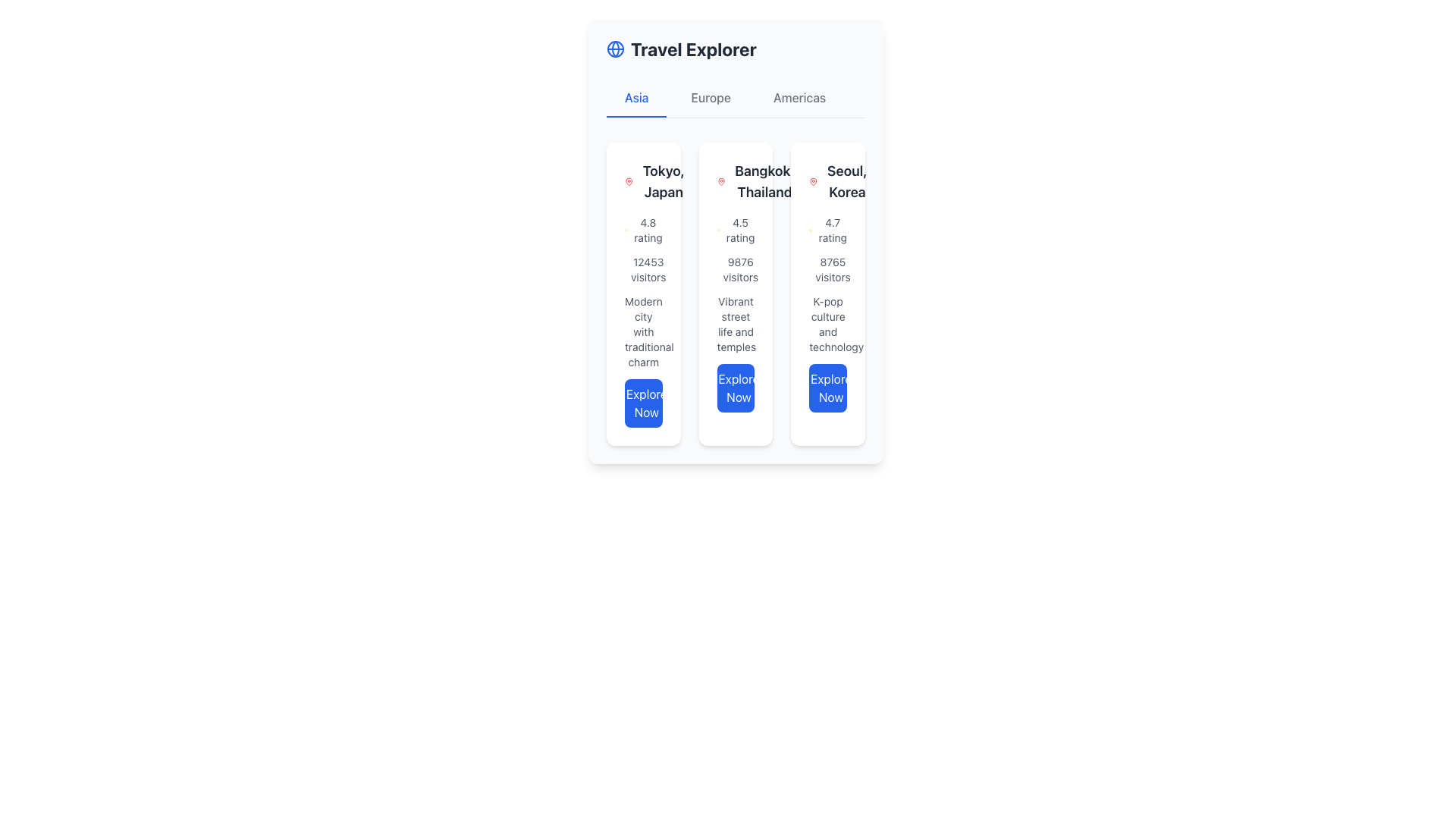 This screenshot has height=819, width=1456. I want to click on the informational display about the travel destination Tokyo, Japan, which includes its rating, visitor count, and descriptive tagline, so click(643, 321).